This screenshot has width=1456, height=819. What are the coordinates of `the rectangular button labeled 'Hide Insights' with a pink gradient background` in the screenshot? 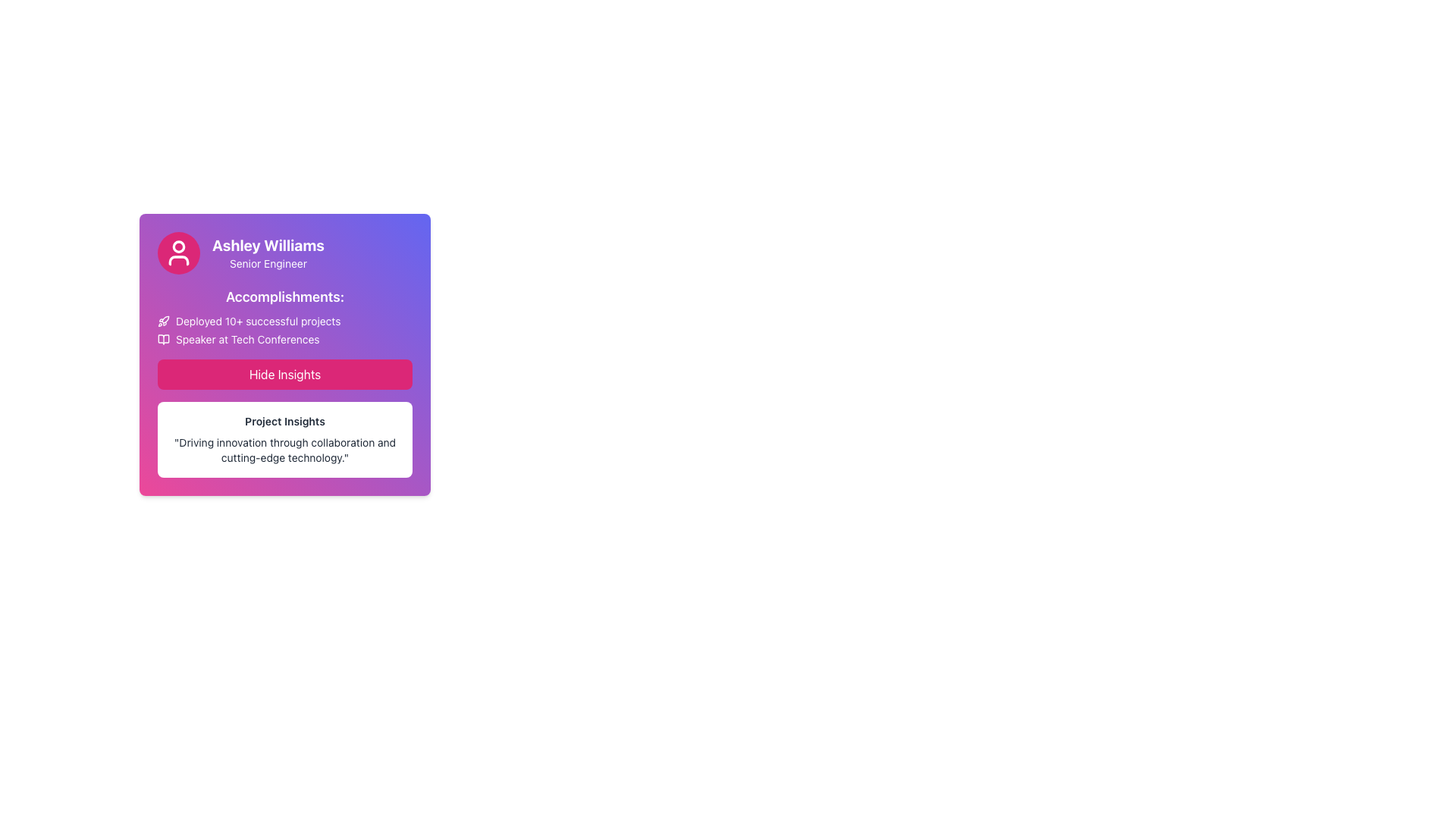 It's located at (284, 374).